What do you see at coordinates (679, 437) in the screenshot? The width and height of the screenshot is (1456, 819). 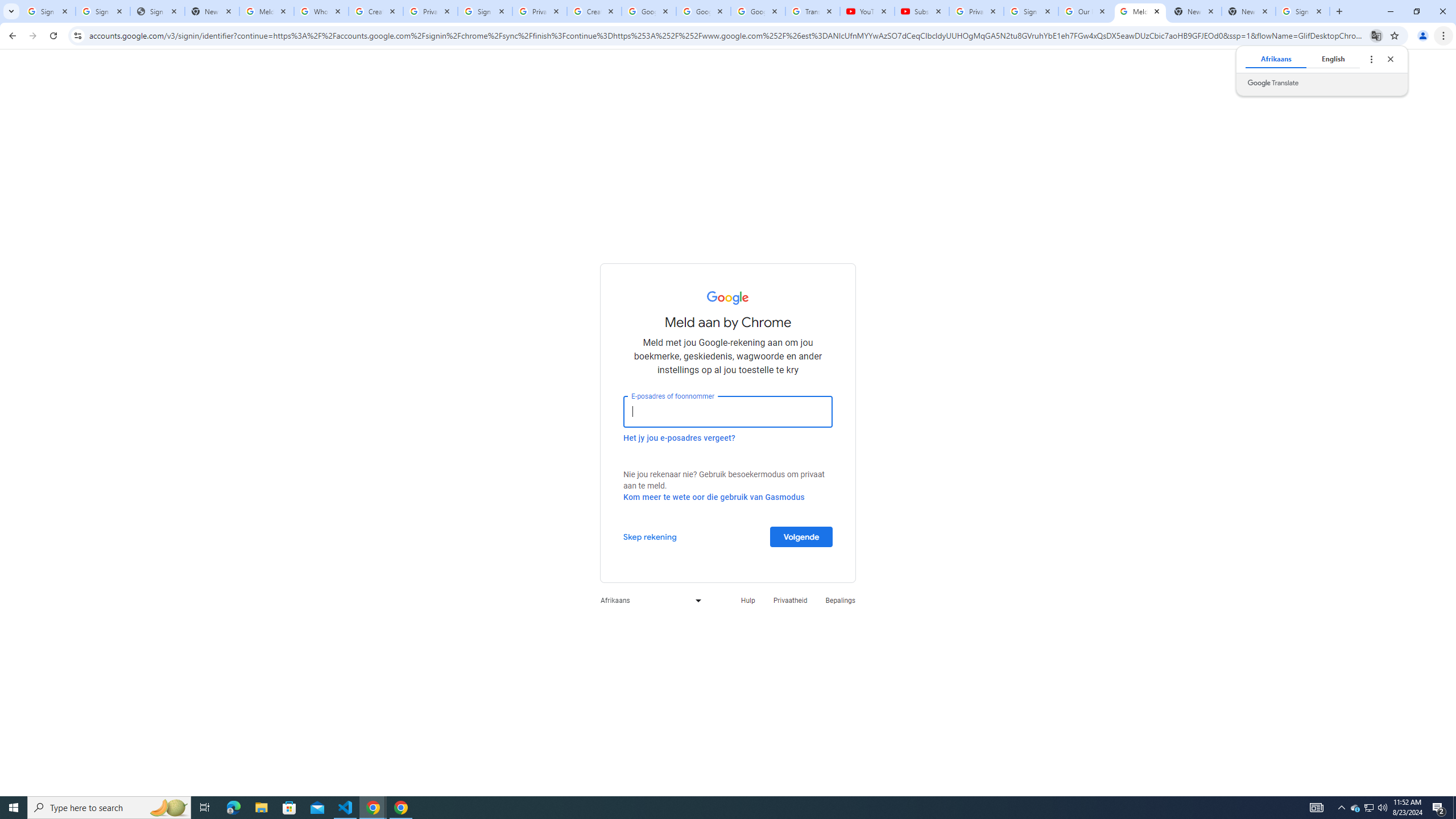 I see `'Het jy jou e-posadres vergeet?'` at bounding box center [679, 437].